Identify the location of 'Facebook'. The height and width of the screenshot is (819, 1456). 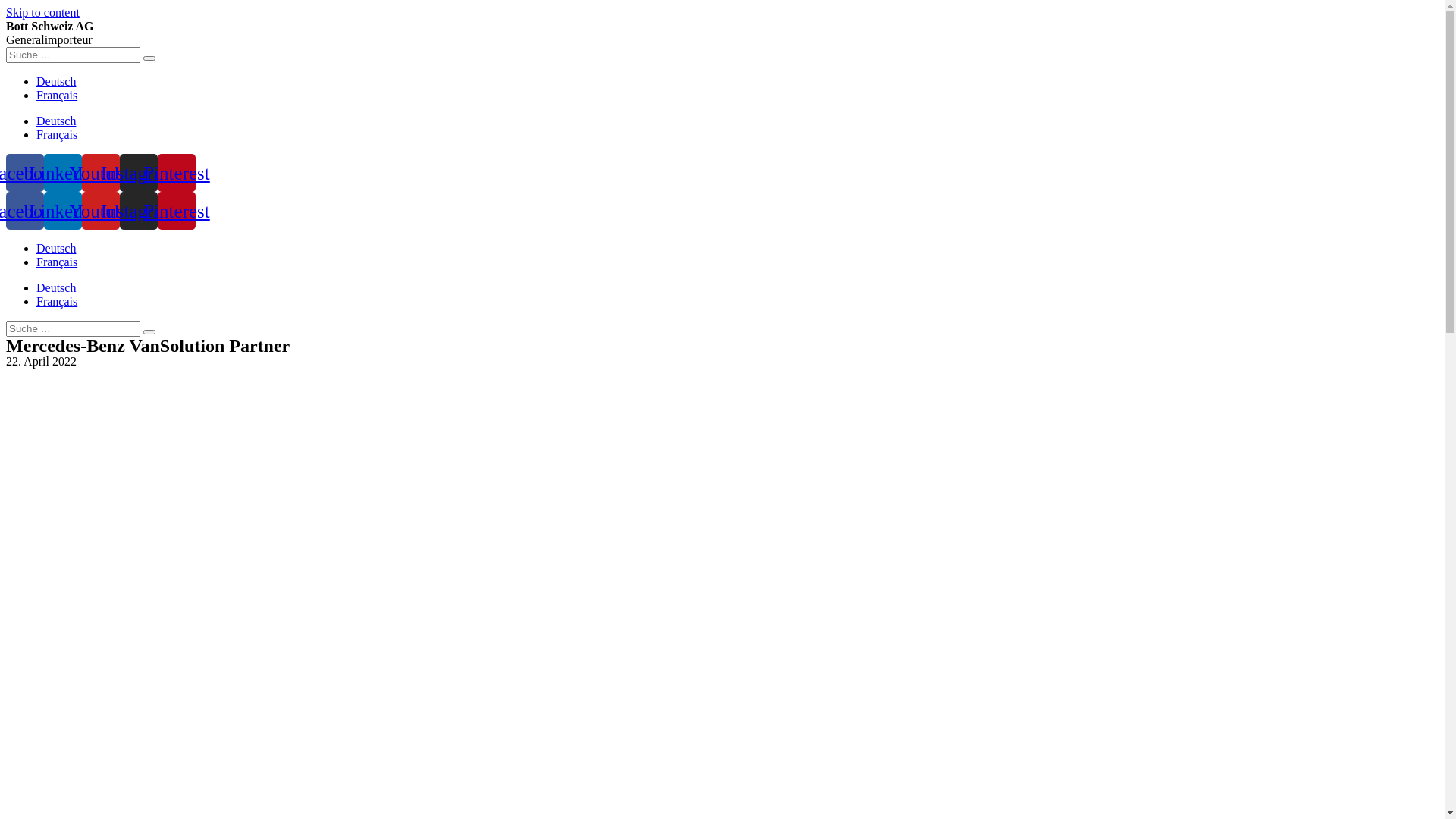
(6, 171).